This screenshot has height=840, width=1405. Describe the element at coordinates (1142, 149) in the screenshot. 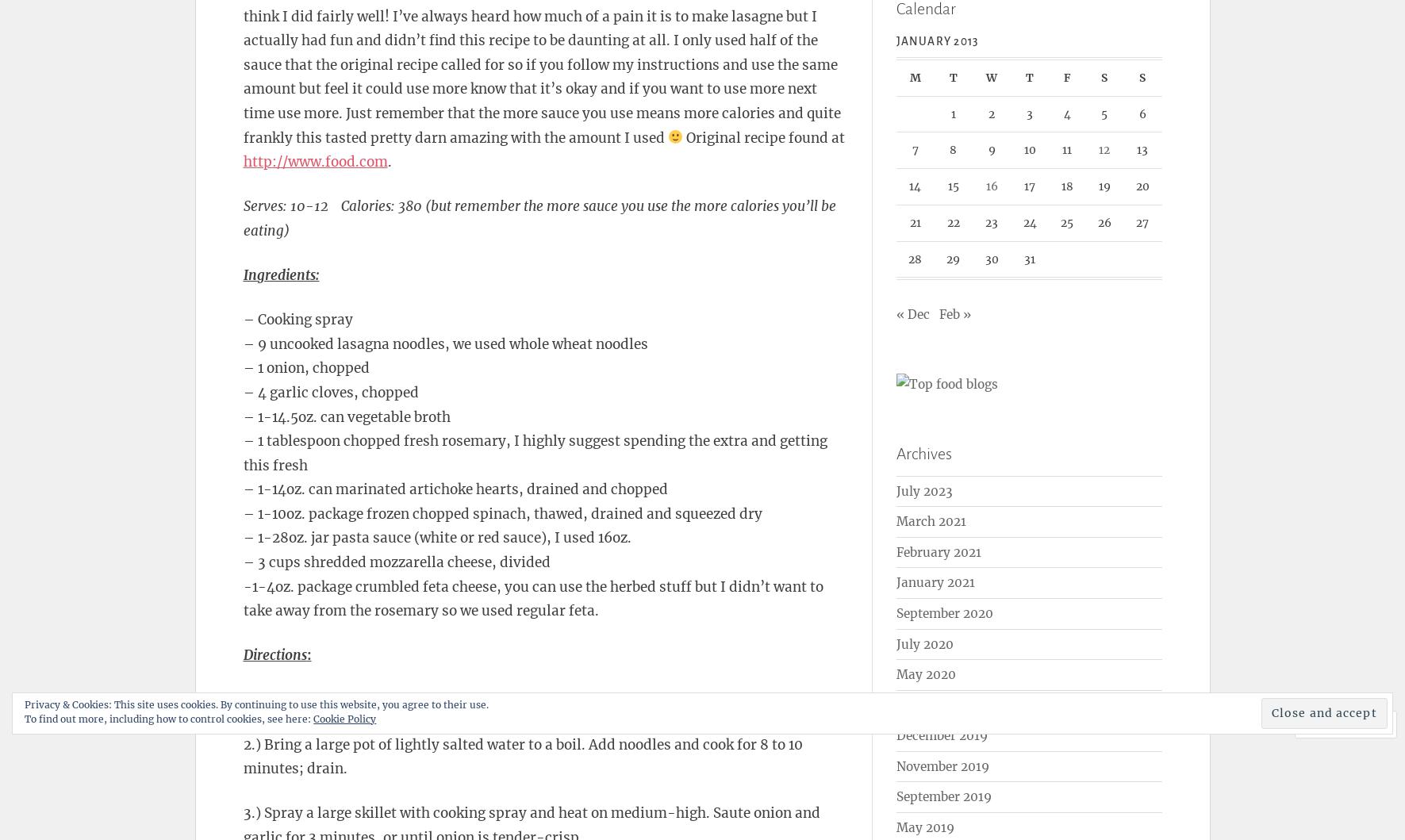

I see `'13'` at that location.